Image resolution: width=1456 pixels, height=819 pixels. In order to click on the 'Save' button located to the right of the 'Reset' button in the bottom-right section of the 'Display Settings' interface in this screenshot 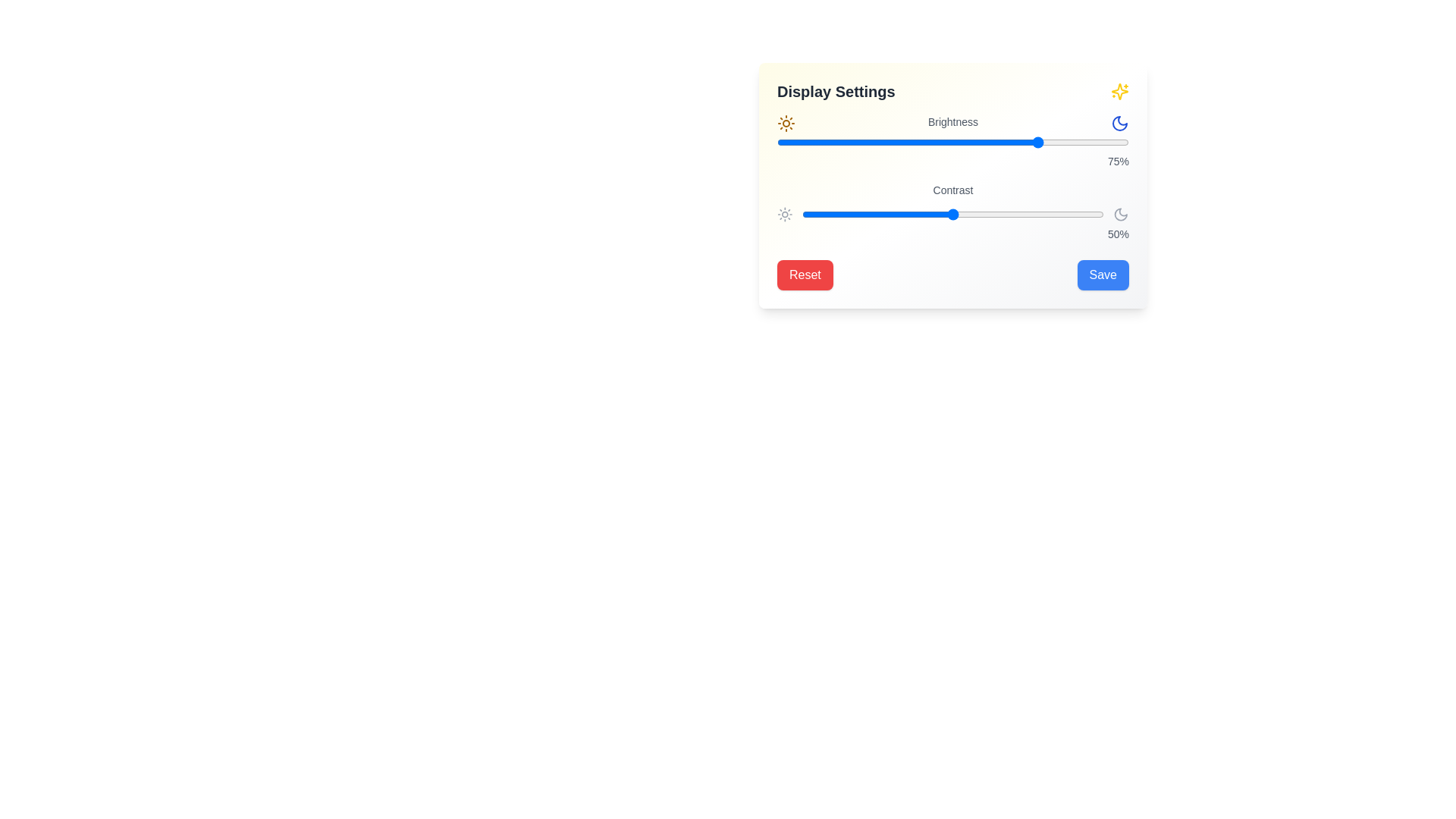, I will do `click(1103, 275)`.